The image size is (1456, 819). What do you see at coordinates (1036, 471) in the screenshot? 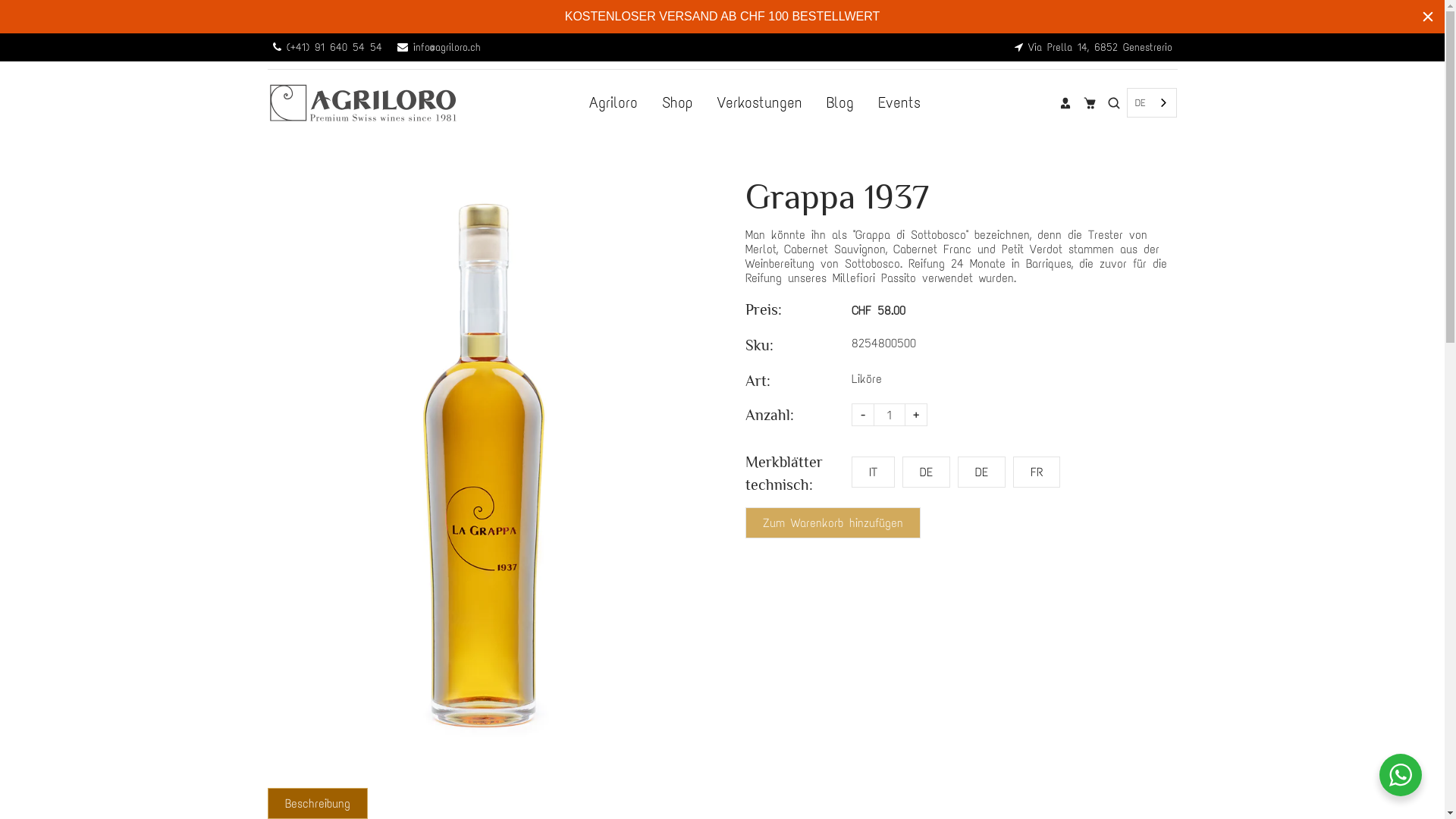
I see `'FR'` at bounding box center [1036, 471].